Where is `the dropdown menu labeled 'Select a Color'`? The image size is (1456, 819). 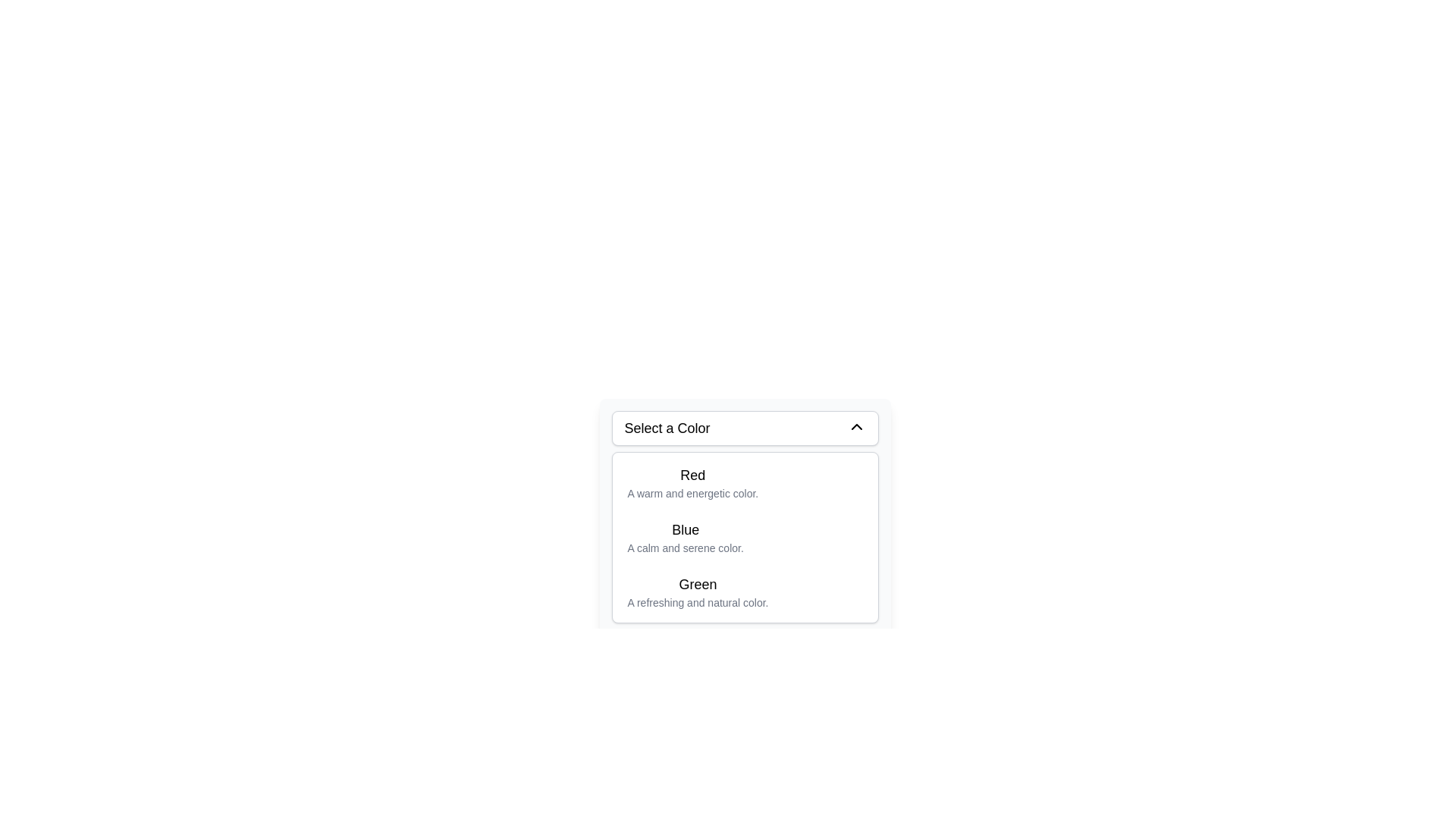 the dropdown menu labeled 'Select a Color' is located at coordinates (745, 516).